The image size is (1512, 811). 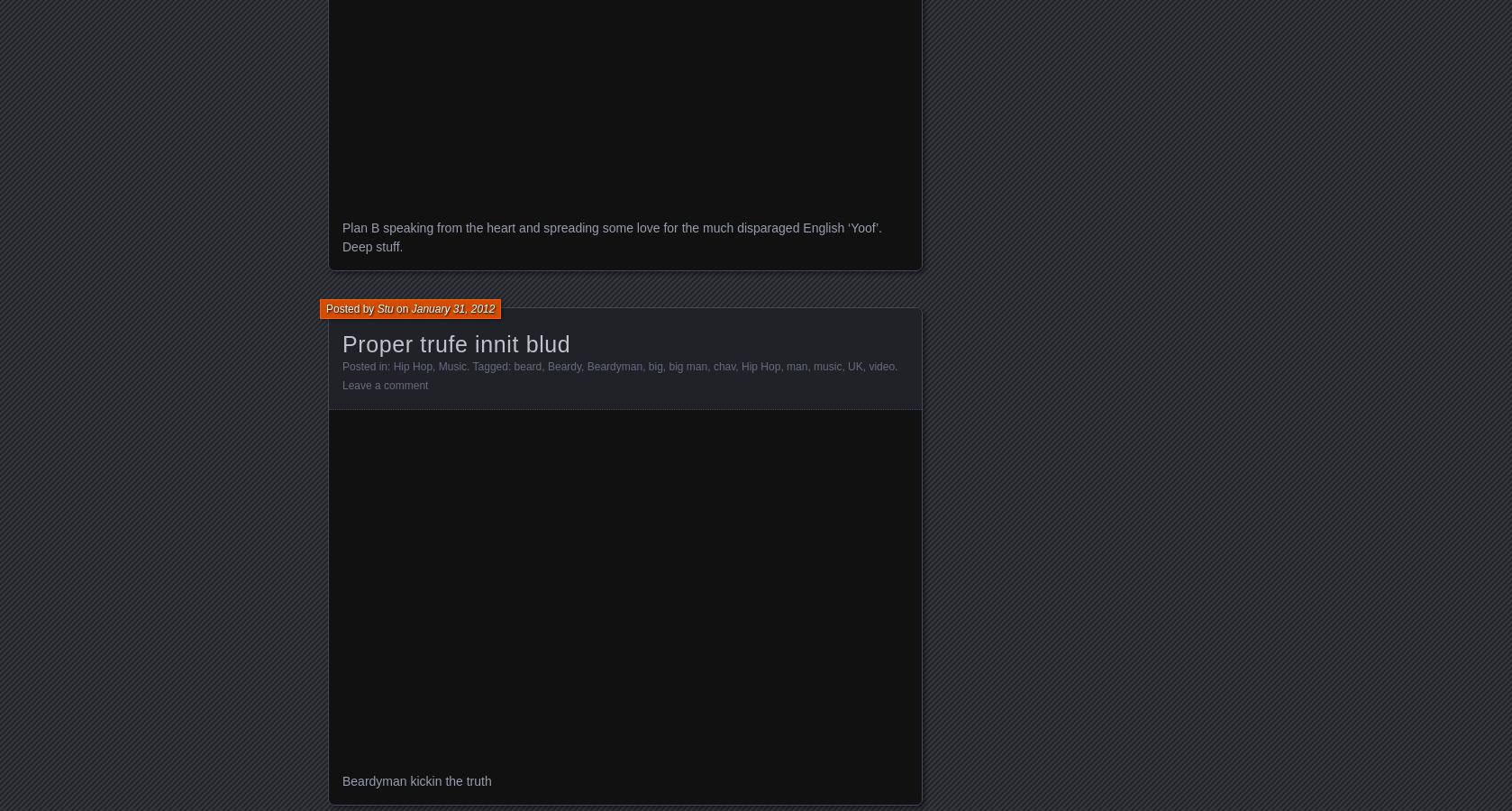 What do you see at coordinates (325, 308) in the screenshot?
I see `'Posted by'` at bounding box center [325, 308].